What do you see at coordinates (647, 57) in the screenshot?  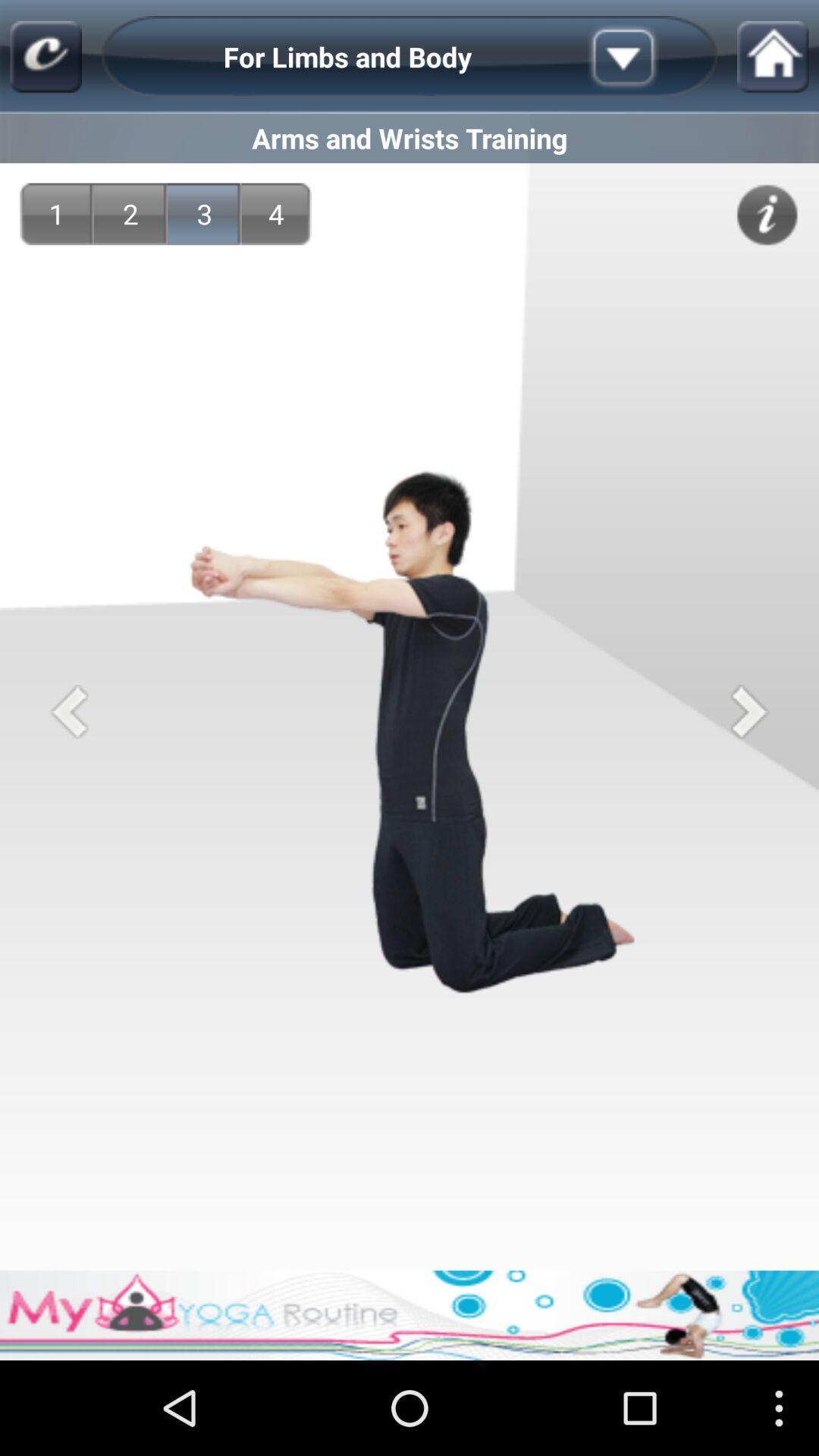 I see `more options` at bounding box center [647, 57].